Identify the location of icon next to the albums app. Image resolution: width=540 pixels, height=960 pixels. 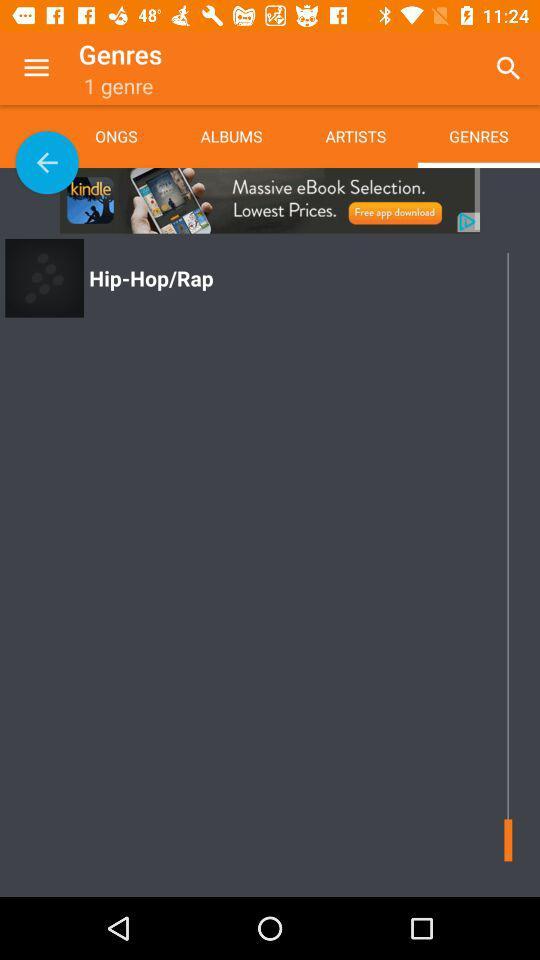
(354, 135).